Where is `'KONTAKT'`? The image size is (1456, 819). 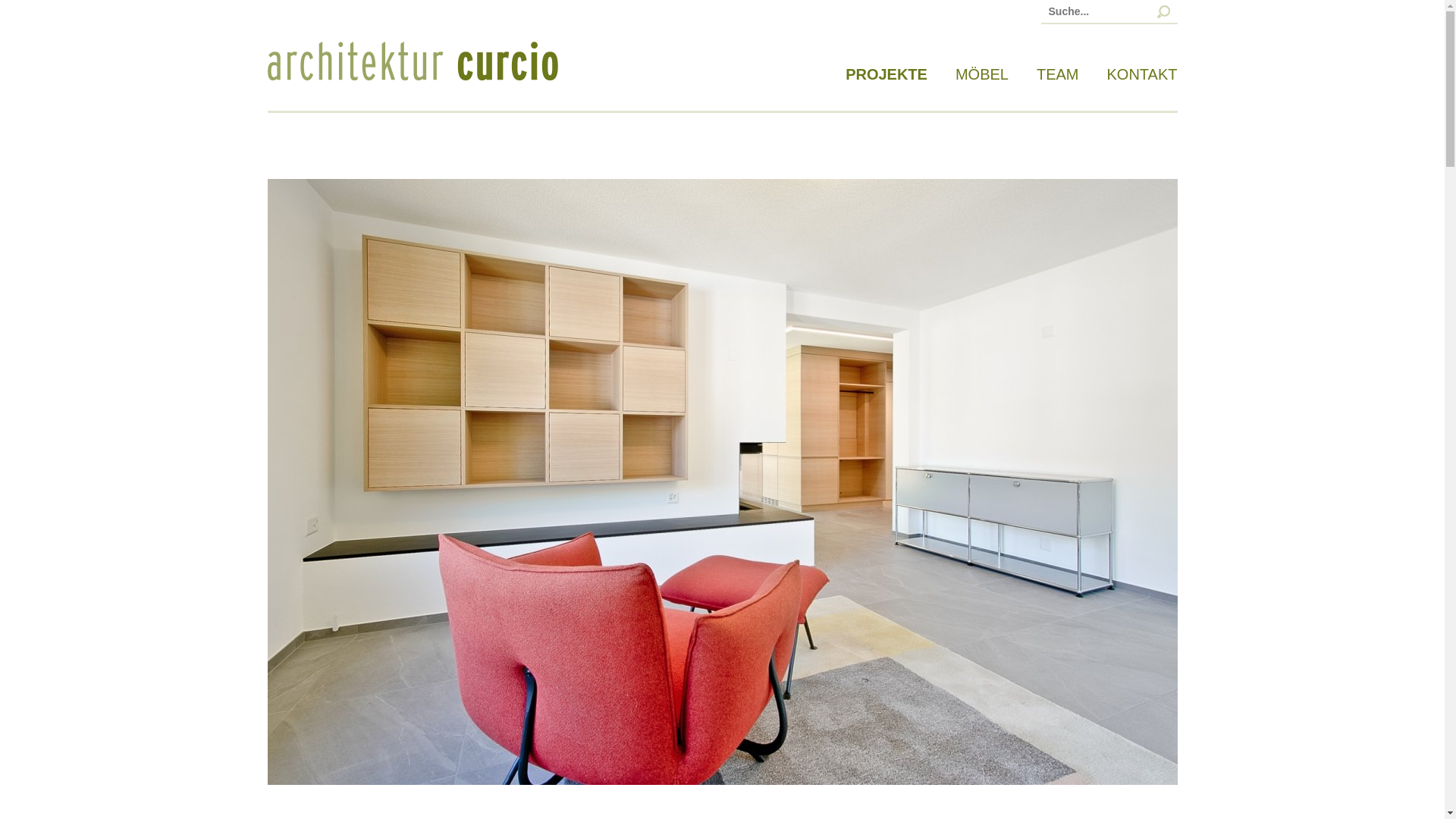
'KONTAKT' is located at coordinates (1106, 74).